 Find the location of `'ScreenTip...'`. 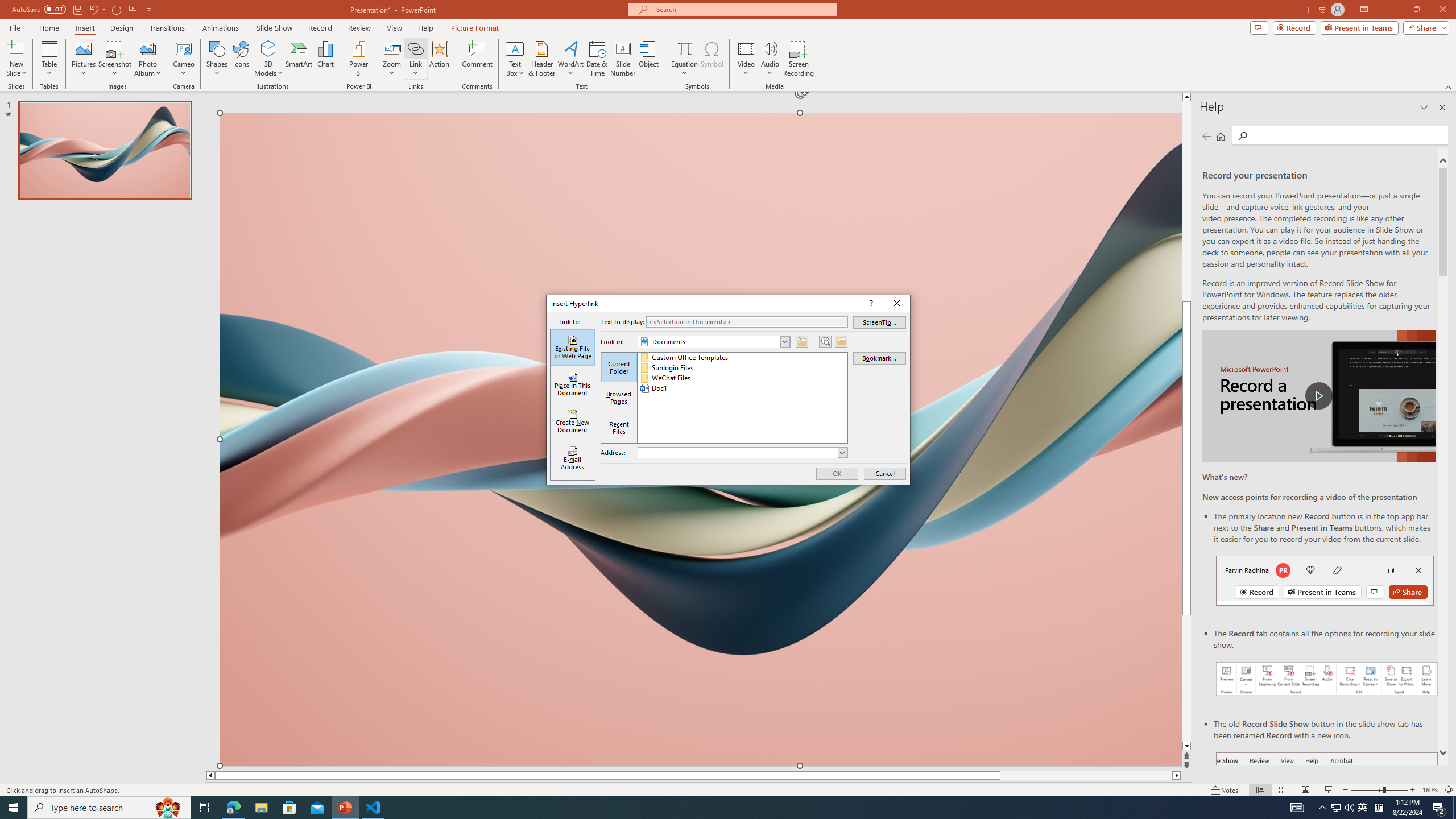

'ScreenTip...' is located at coordinates (879, 322).